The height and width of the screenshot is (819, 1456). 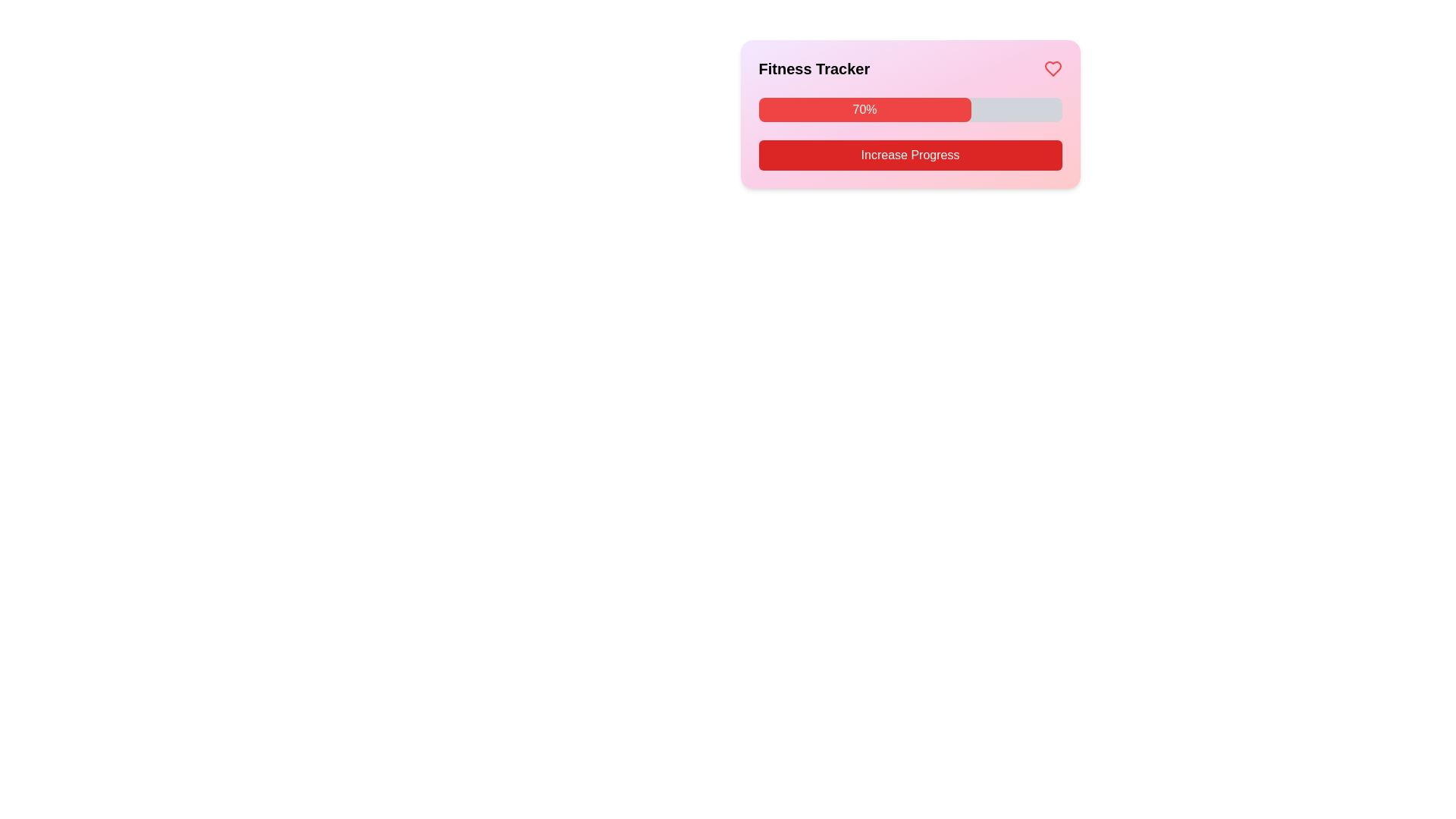 I want to click on the heart-shaped icon outlined with a red stroke, located to the right of the 'Fitness Tracker' text in the card header, so click(x=1052, y=69).